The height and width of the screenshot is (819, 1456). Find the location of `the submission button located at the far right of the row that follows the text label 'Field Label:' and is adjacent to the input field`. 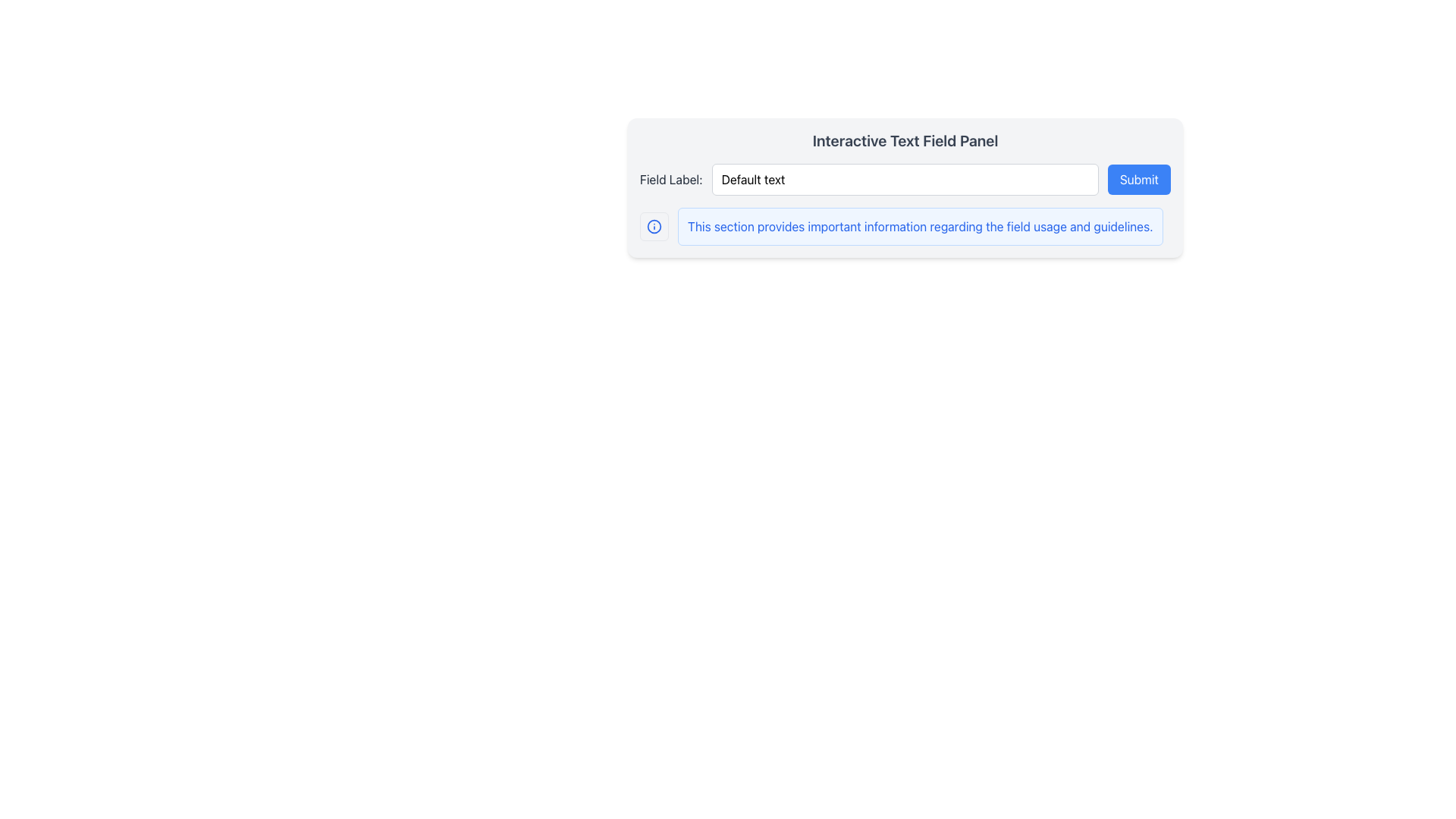

the submission button located at the far right of the row that follows the text label 'Field Label:' and is adjacent to the input field is located at coordinates (1139, 178).